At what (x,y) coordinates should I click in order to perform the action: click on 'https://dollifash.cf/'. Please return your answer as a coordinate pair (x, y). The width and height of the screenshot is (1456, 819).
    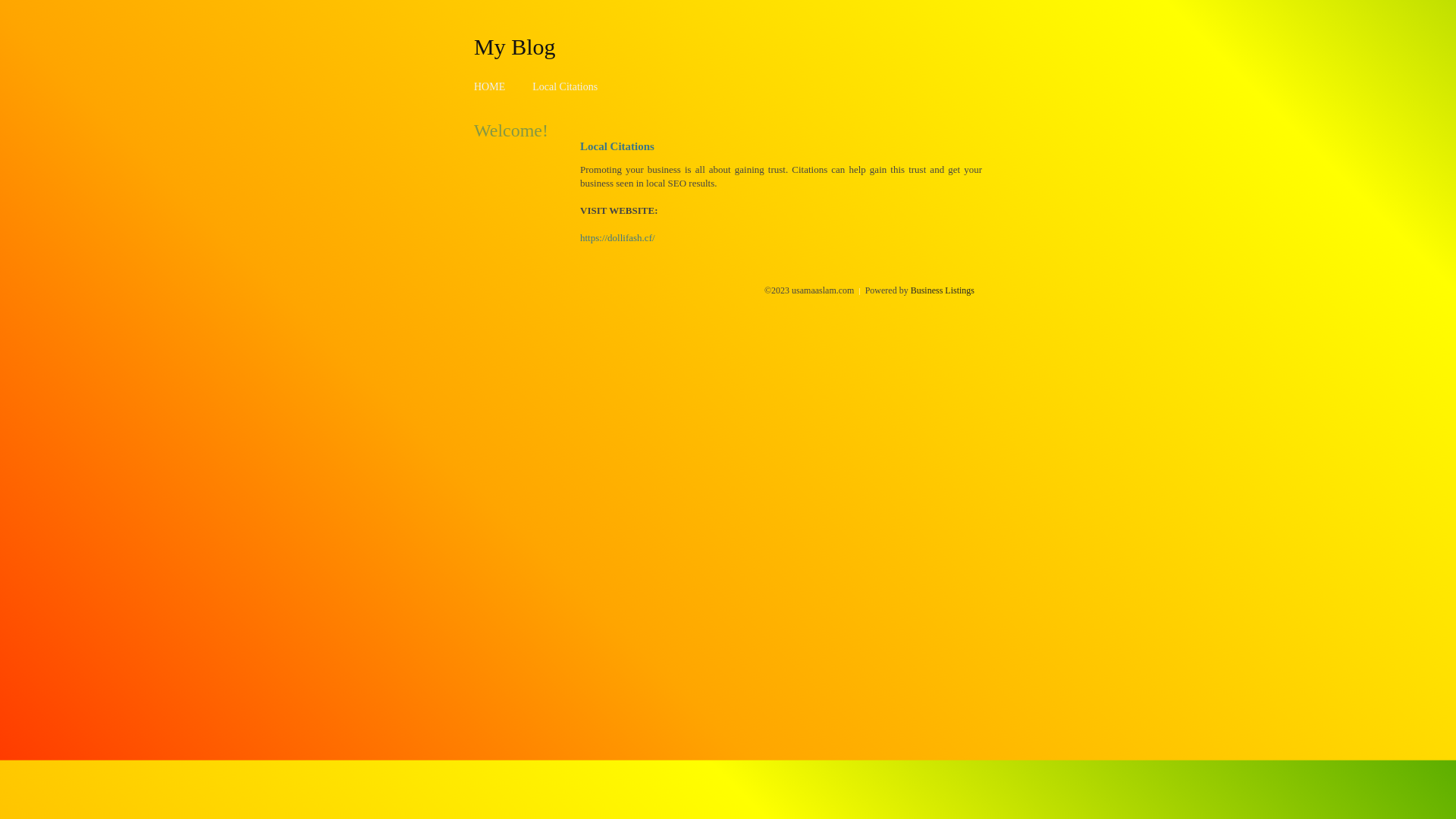
    Looking at the image, I should click on (617, 237).